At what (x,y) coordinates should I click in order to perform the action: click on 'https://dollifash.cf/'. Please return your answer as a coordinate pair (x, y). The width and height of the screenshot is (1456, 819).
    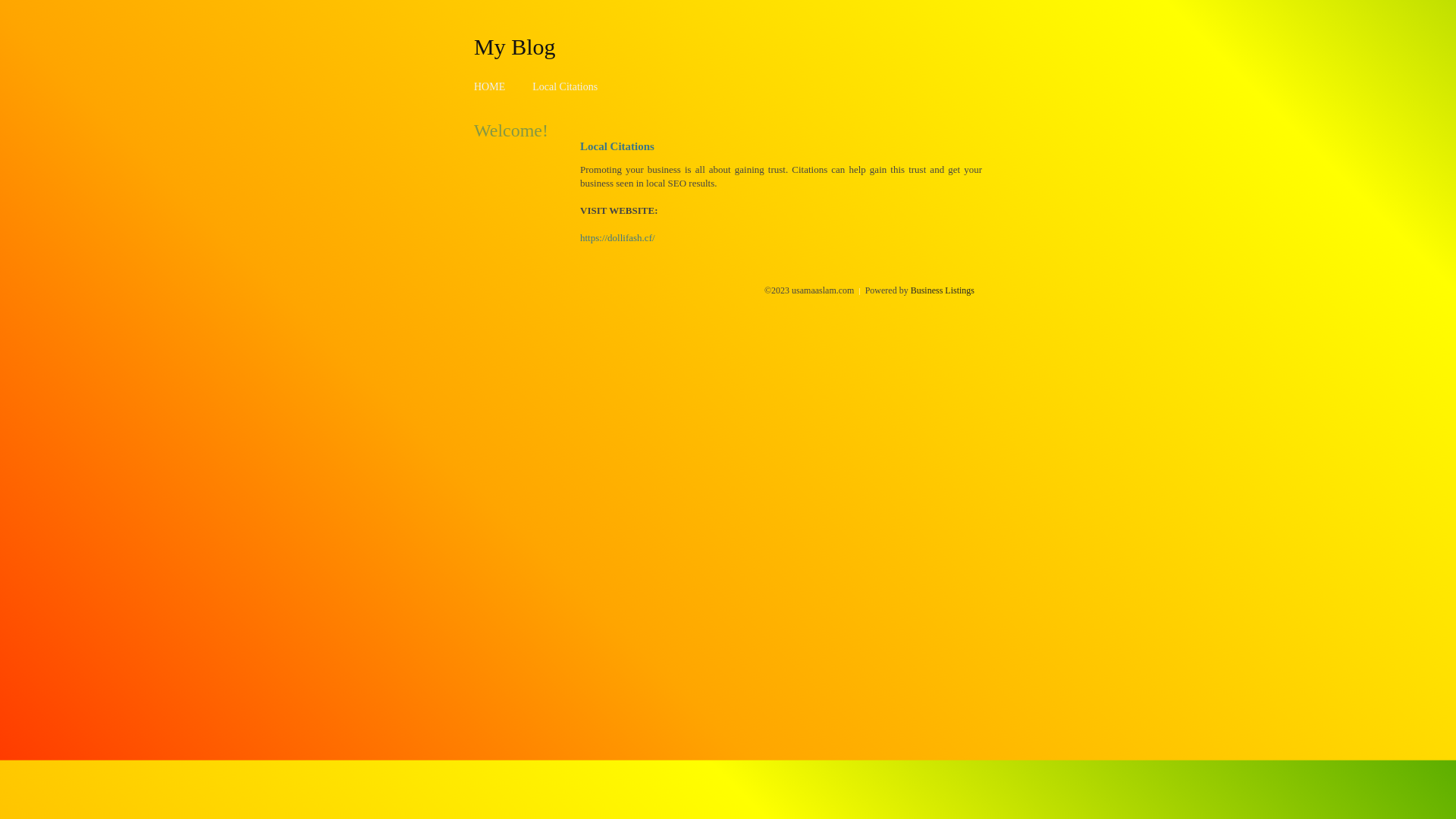
    Looking at the image, I should click on (617, 237).